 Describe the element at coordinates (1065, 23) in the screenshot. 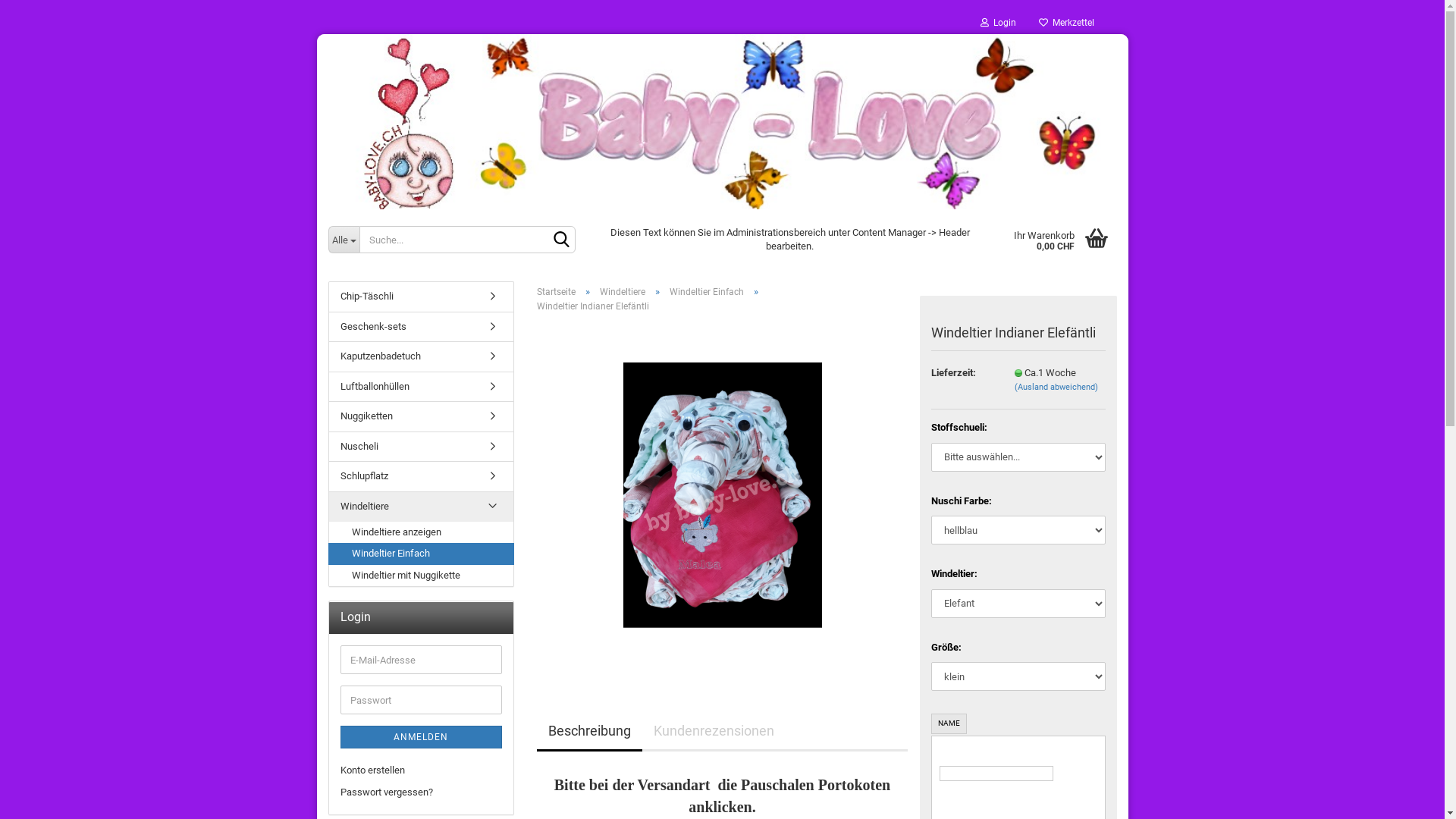

I see `' Merkzettel'` at that location.